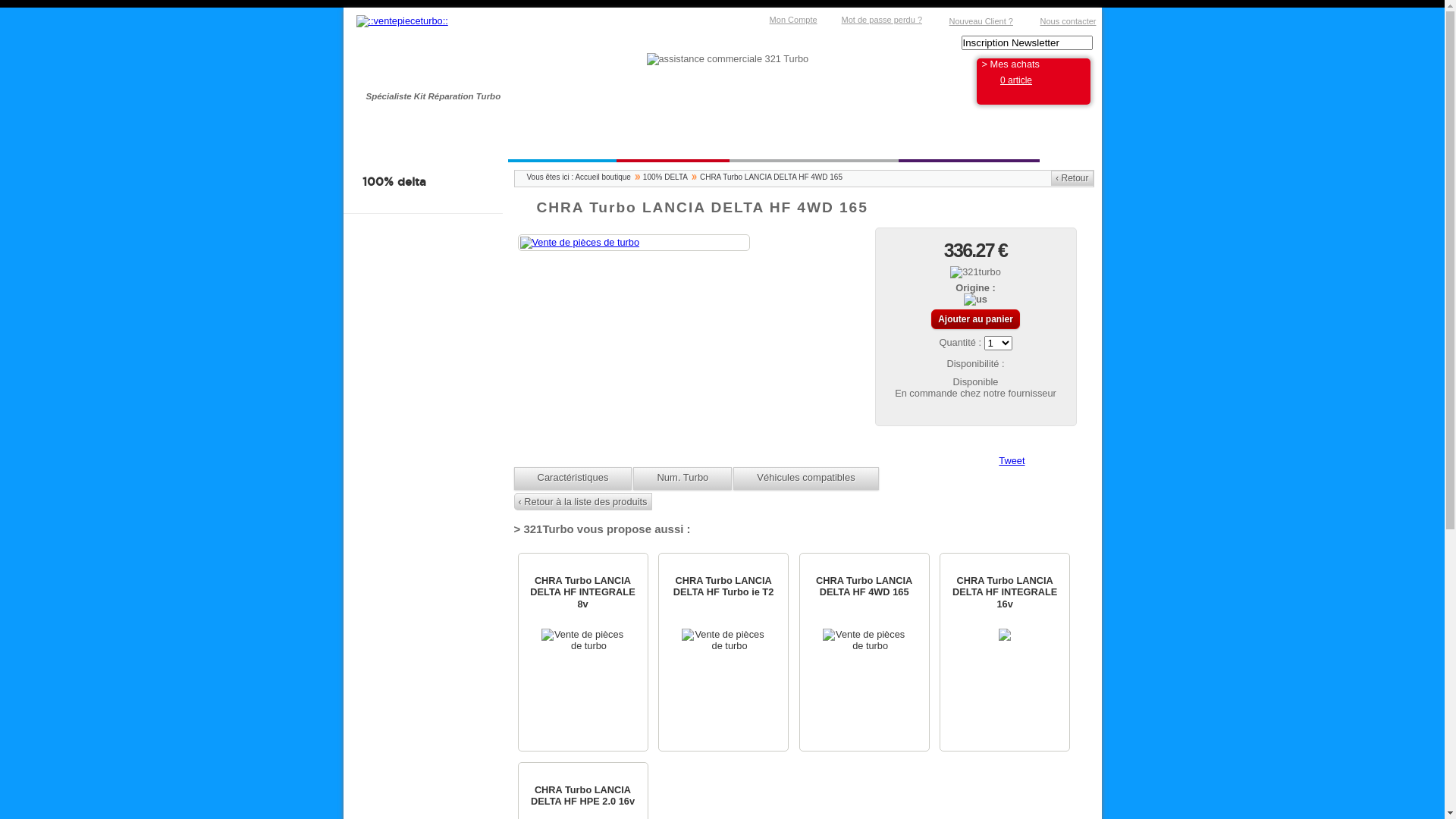 The image size is (1456, 819). Describe the element at coordinates (786, 15) in the screenshot. I see `'Mon Compte'` at that location.